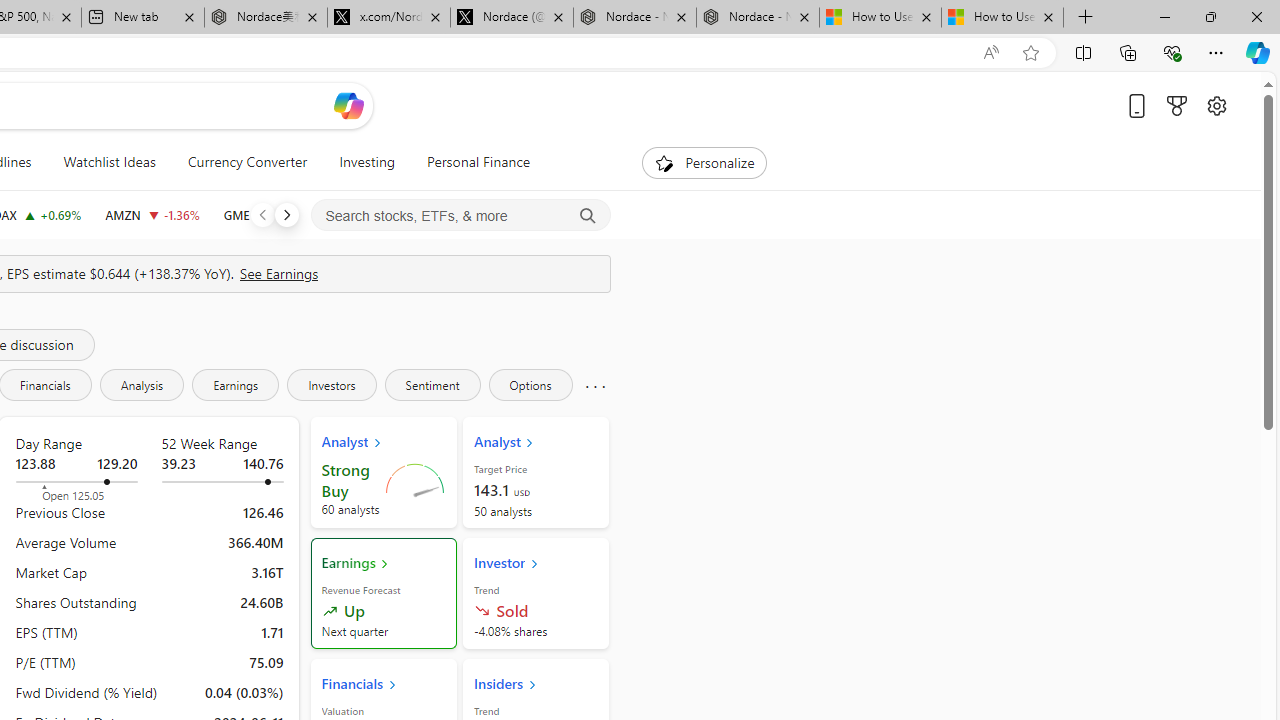  What do you see at coordinates (367, 162) in the screenshot?
I see `'Investing'` at bounding box center [367, 162].